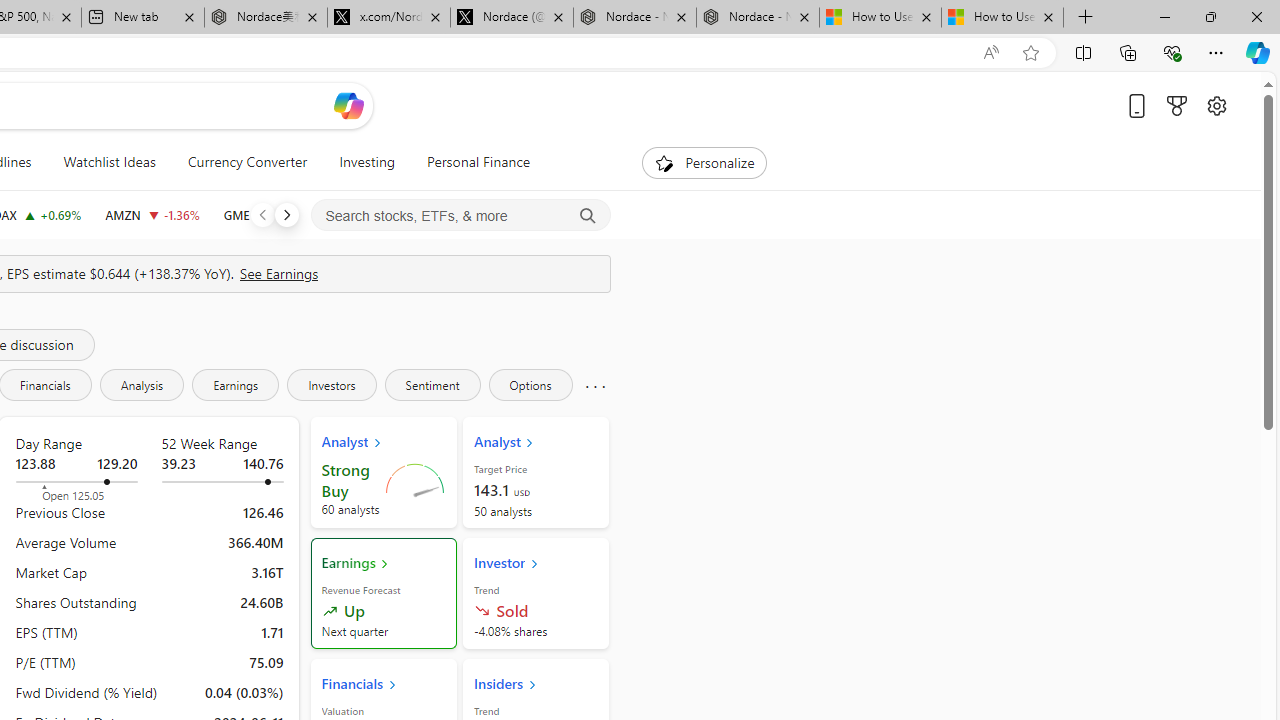  What do you see at coordinates (367, 162) in the screenshot?
I see `'Investing'` at bounding box center [367, 162].